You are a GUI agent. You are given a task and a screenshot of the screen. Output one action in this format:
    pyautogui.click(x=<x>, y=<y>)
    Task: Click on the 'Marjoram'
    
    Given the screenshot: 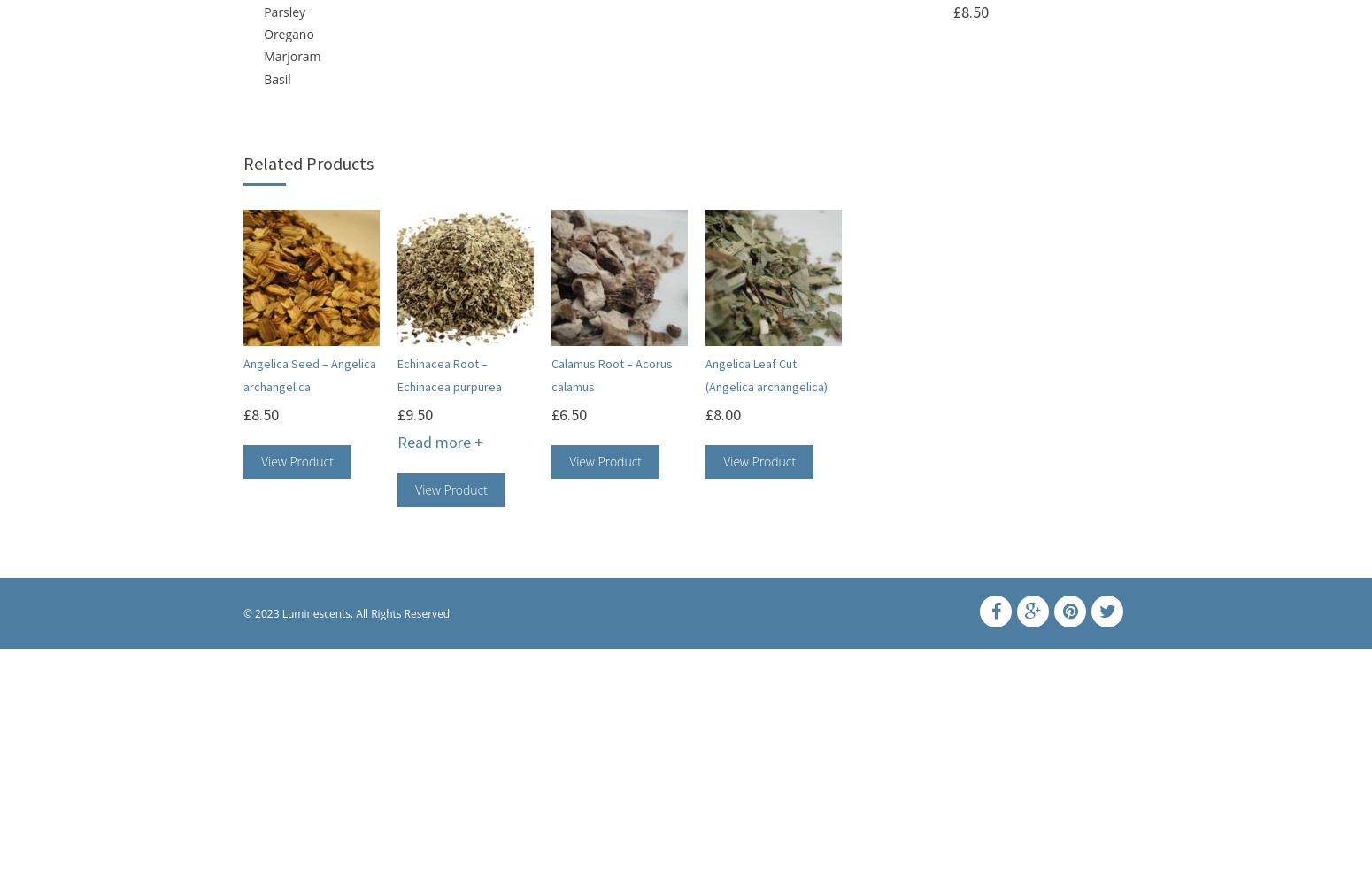 What is the action you would take?
    pyautogui.click(x=264, y=55)
    